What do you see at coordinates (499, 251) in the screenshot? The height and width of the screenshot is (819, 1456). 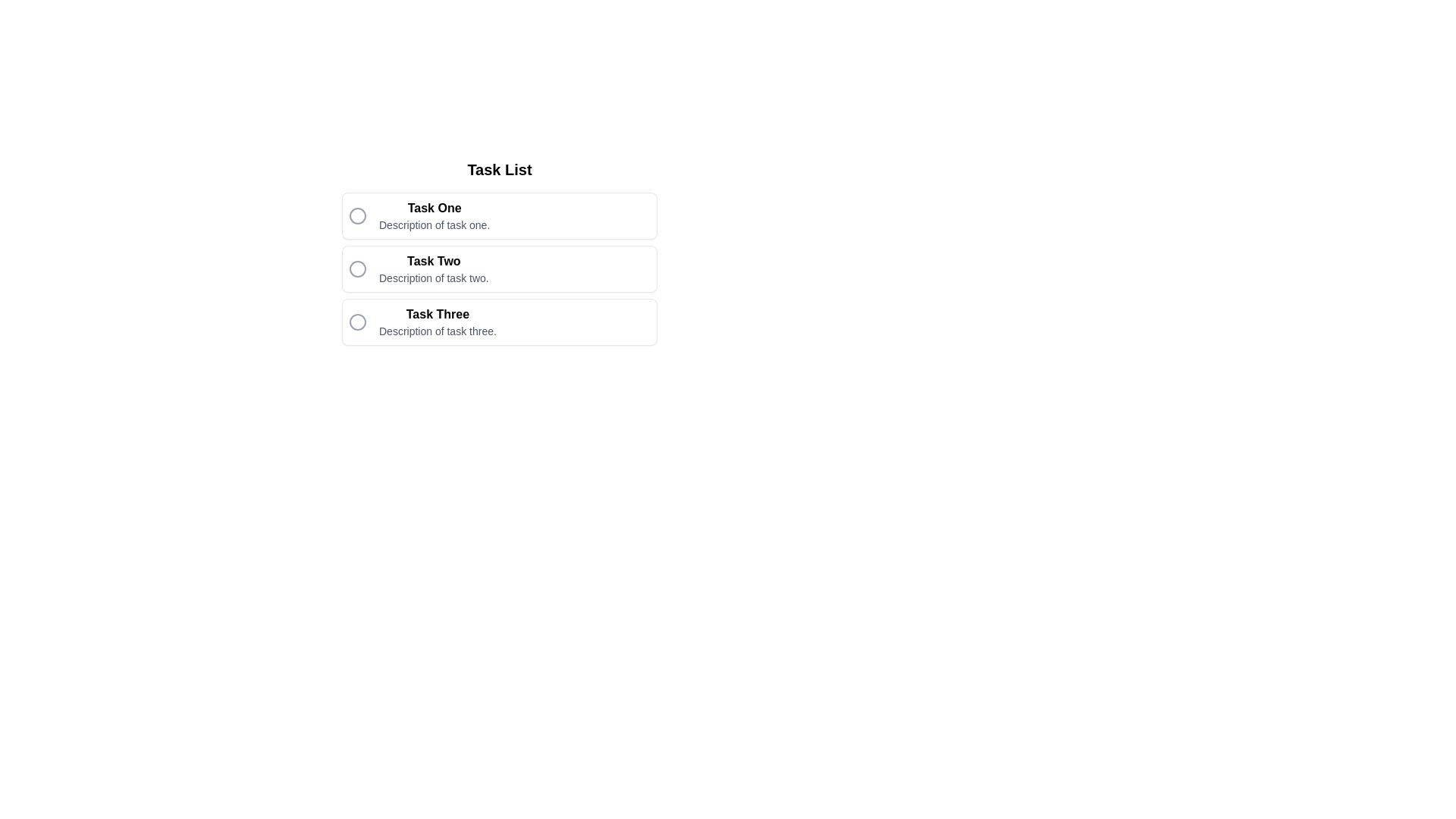 I see `the second list item in the 'Task List'` at bounding box center [499, 251].